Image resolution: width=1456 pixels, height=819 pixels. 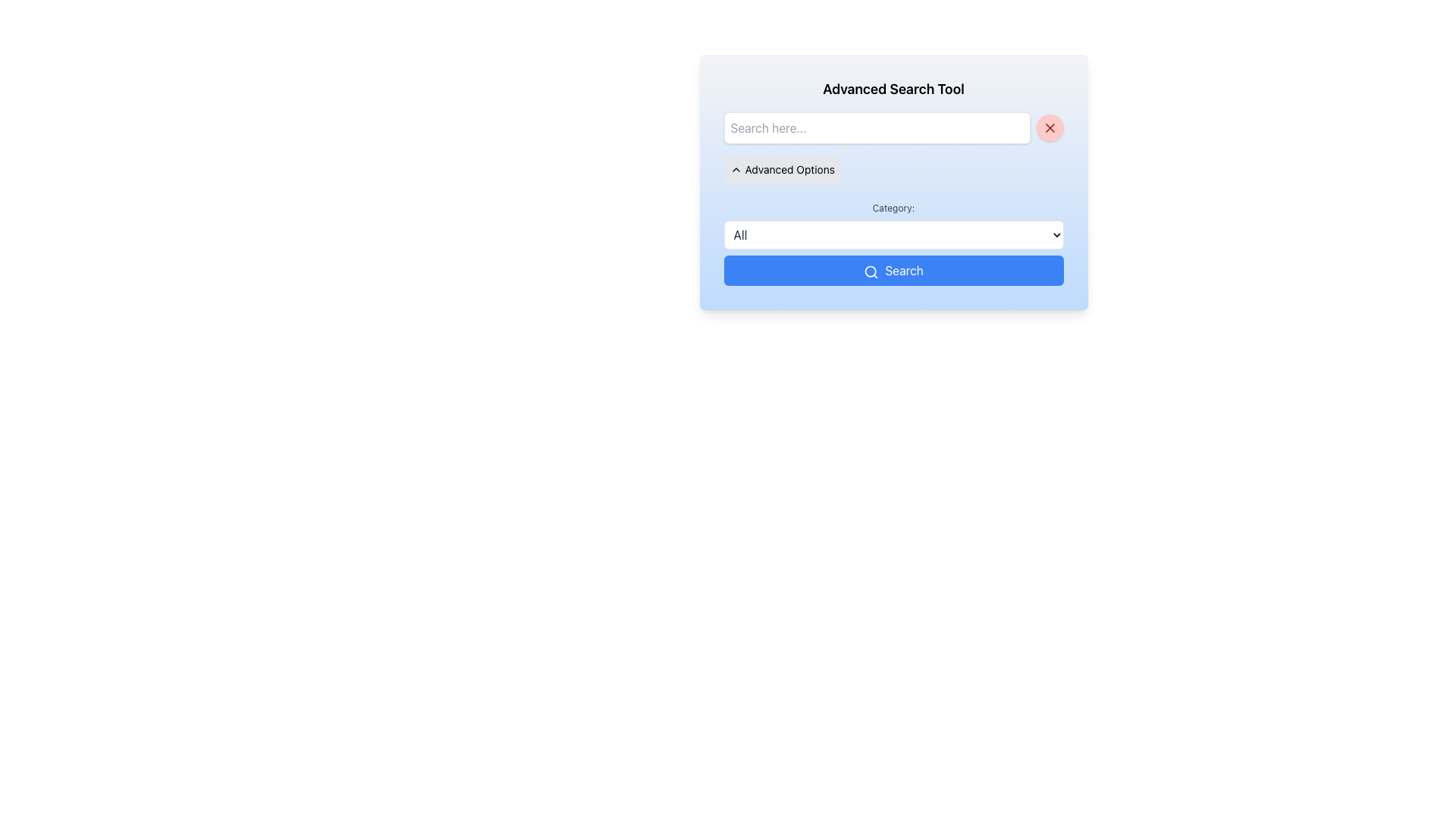 What do you see at coordinates (1049, 127) in the screenshot?
I see `the clear button located on the right side of the search input field to observe the interactivity effect` at bounding box center [1049, 127].